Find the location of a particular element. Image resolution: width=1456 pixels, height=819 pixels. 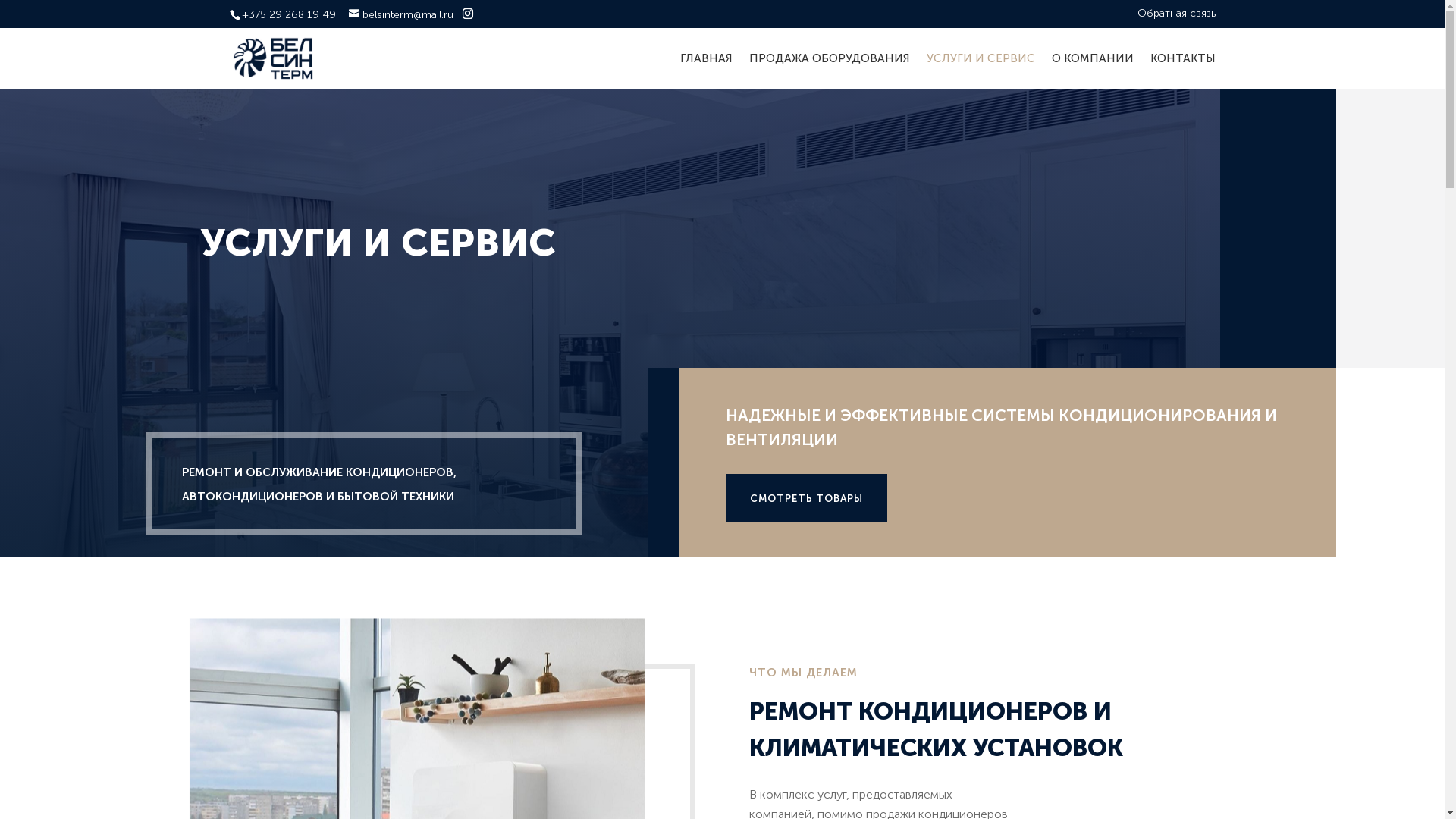

'belsinterm@mail.ru' is located at coordinates (400, 14).